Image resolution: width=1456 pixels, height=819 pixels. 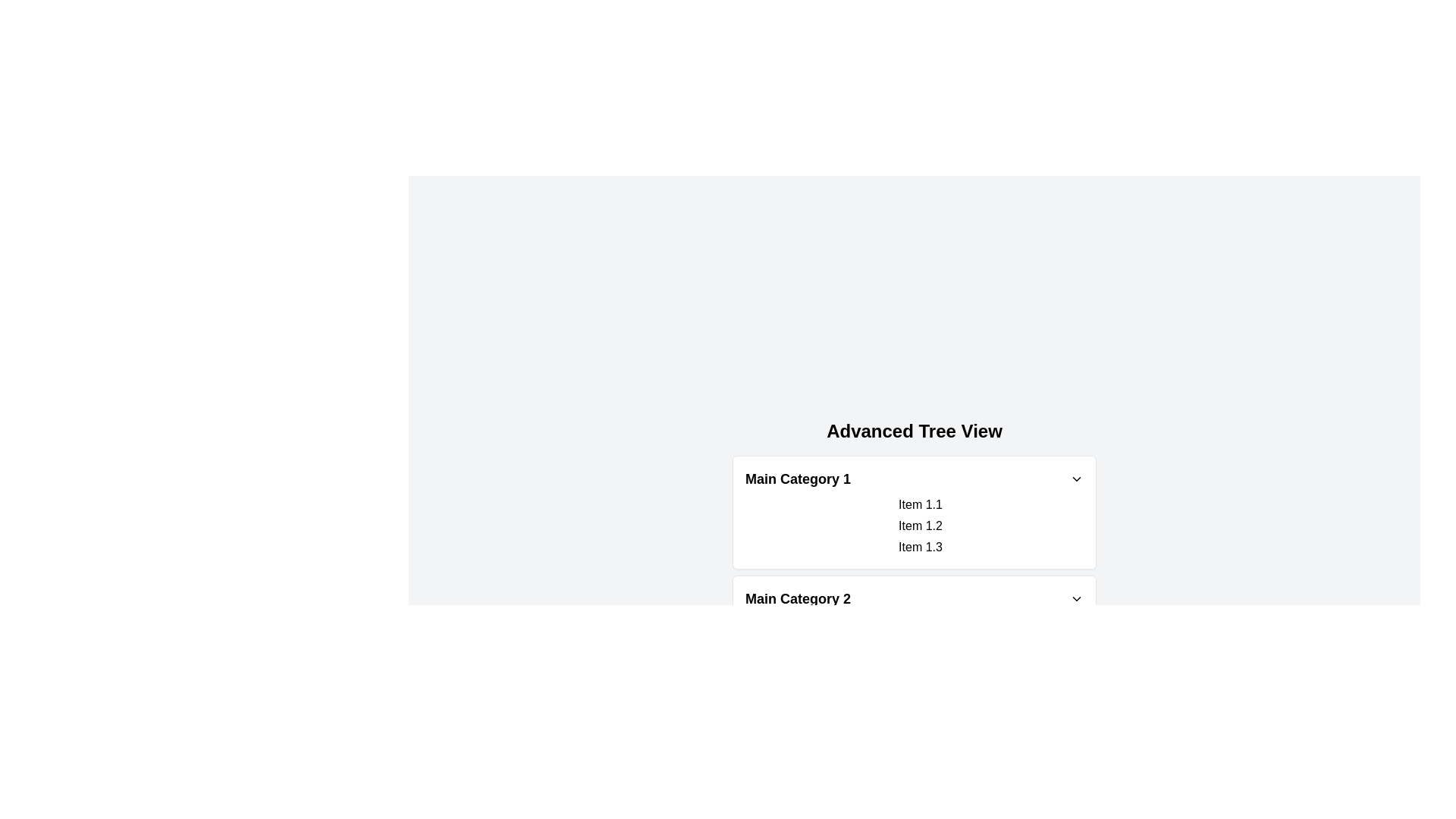 I want to click on the text label 'Item 1.2' which is located in the middle of a list within the 'Main Category 1' dropdown, situated between 'Item 1.1' and 'Item 1.3', so click(x=920, y=526).